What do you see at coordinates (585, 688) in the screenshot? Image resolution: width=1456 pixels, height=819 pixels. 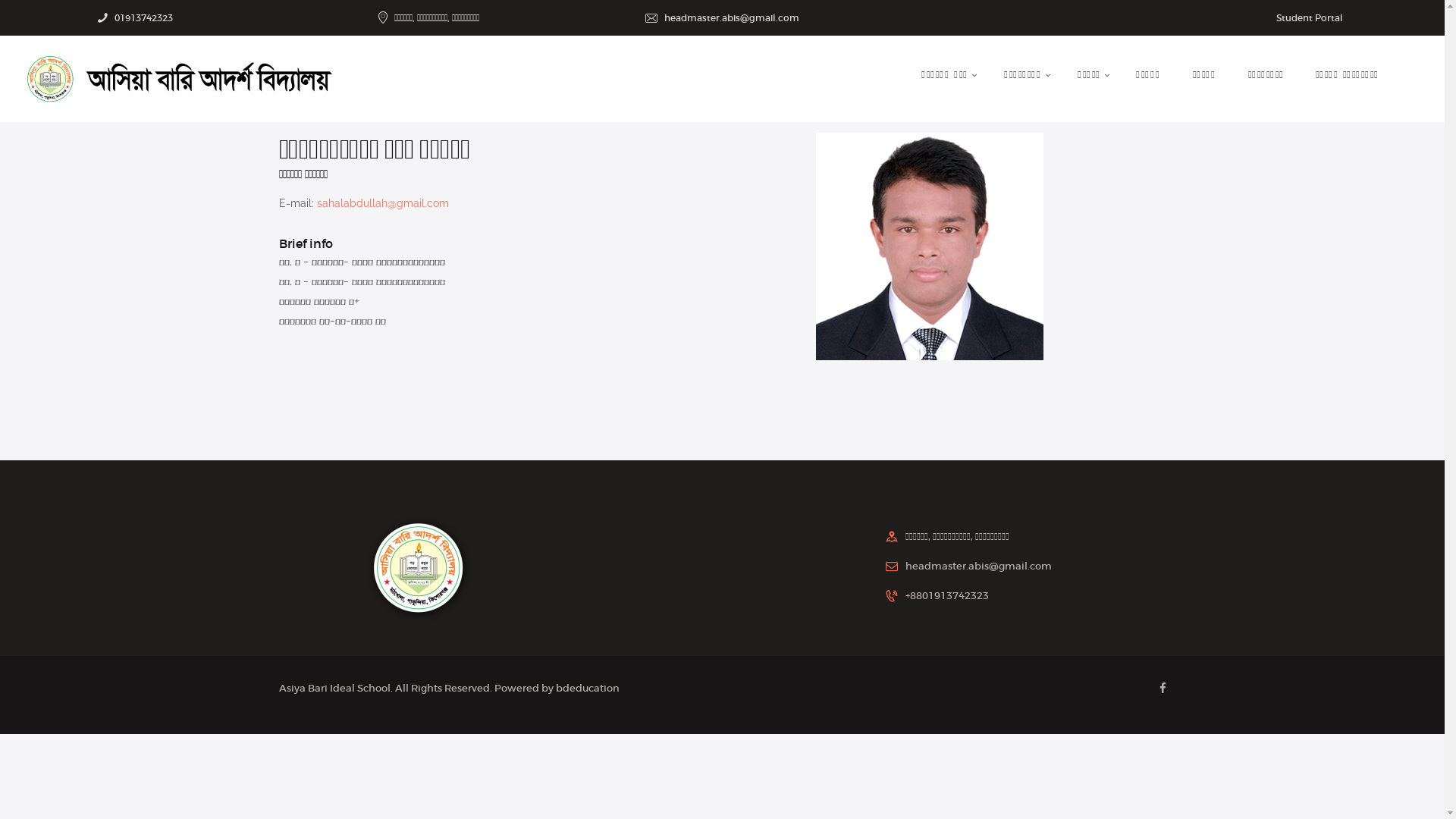 I see `'bdeducation'` at bounding box center [585, 688].